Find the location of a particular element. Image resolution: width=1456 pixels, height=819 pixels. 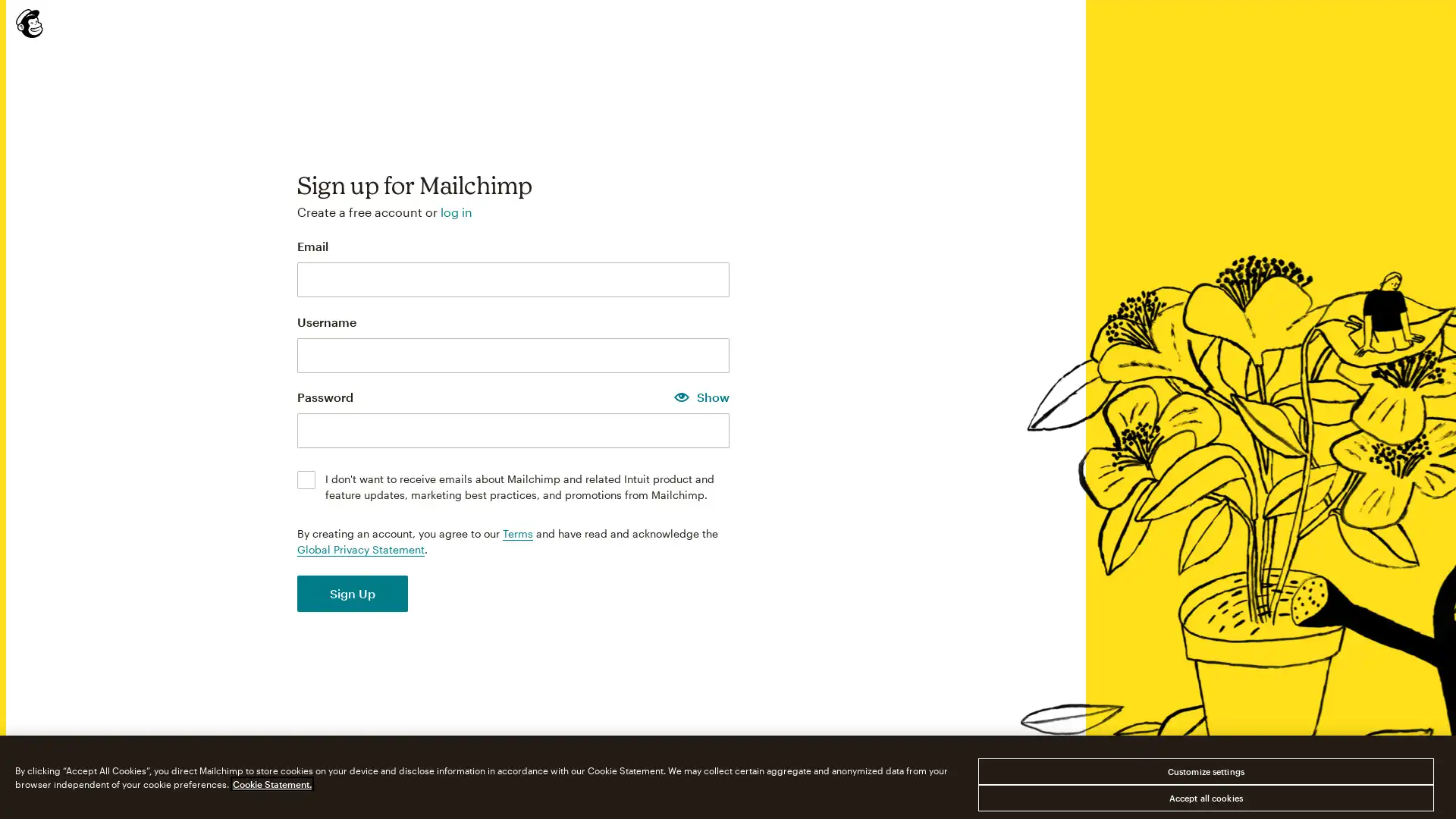

Sign Up is located at coordinates (352, 593).